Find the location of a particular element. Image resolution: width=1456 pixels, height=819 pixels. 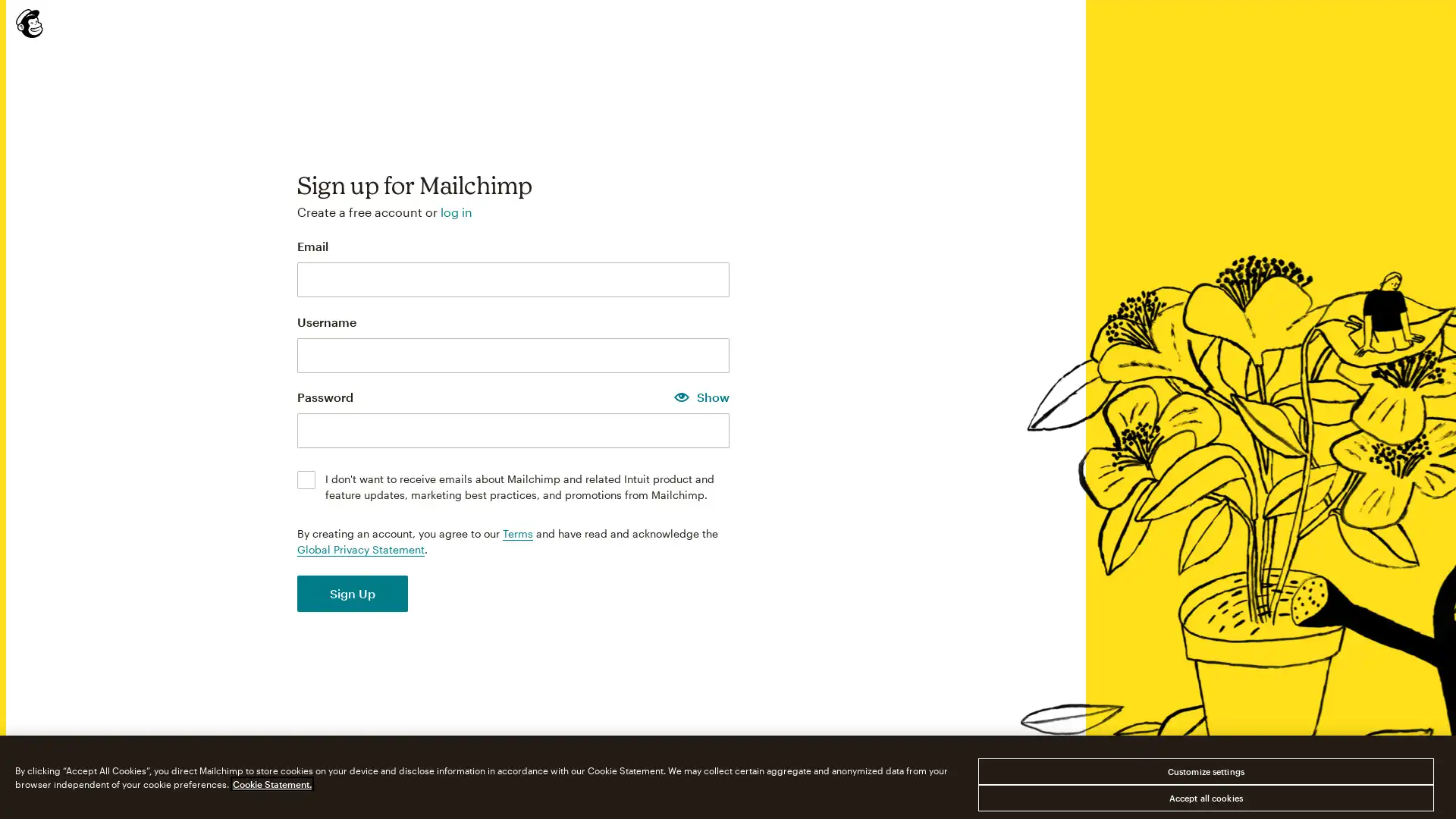

Sign Up is located at coordinates (352, 593).